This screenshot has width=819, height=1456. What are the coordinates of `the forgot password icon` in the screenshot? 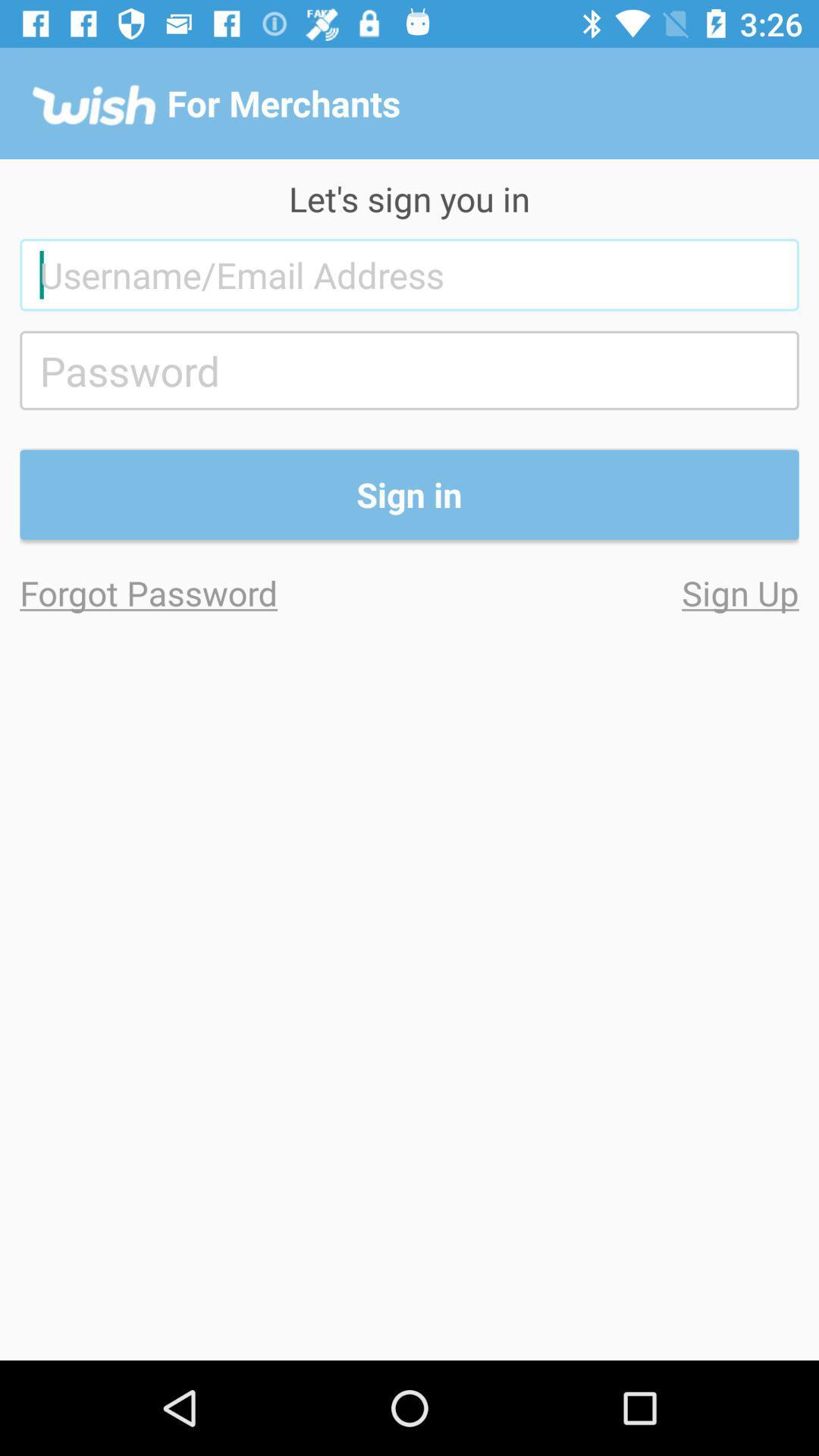 It's located at (215, 591).